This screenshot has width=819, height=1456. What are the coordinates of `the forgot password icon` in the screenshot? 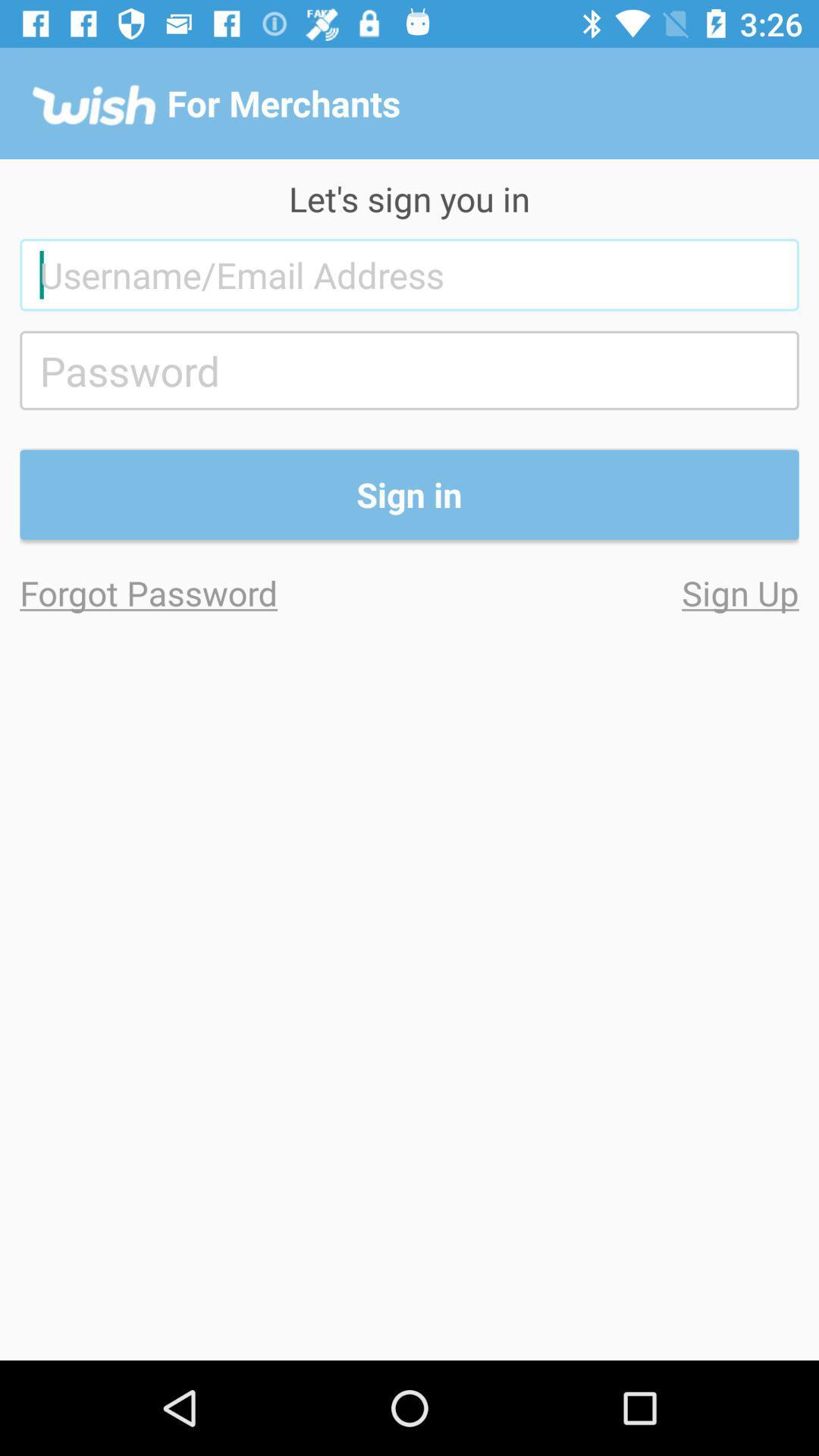 It's located at (215, 591).